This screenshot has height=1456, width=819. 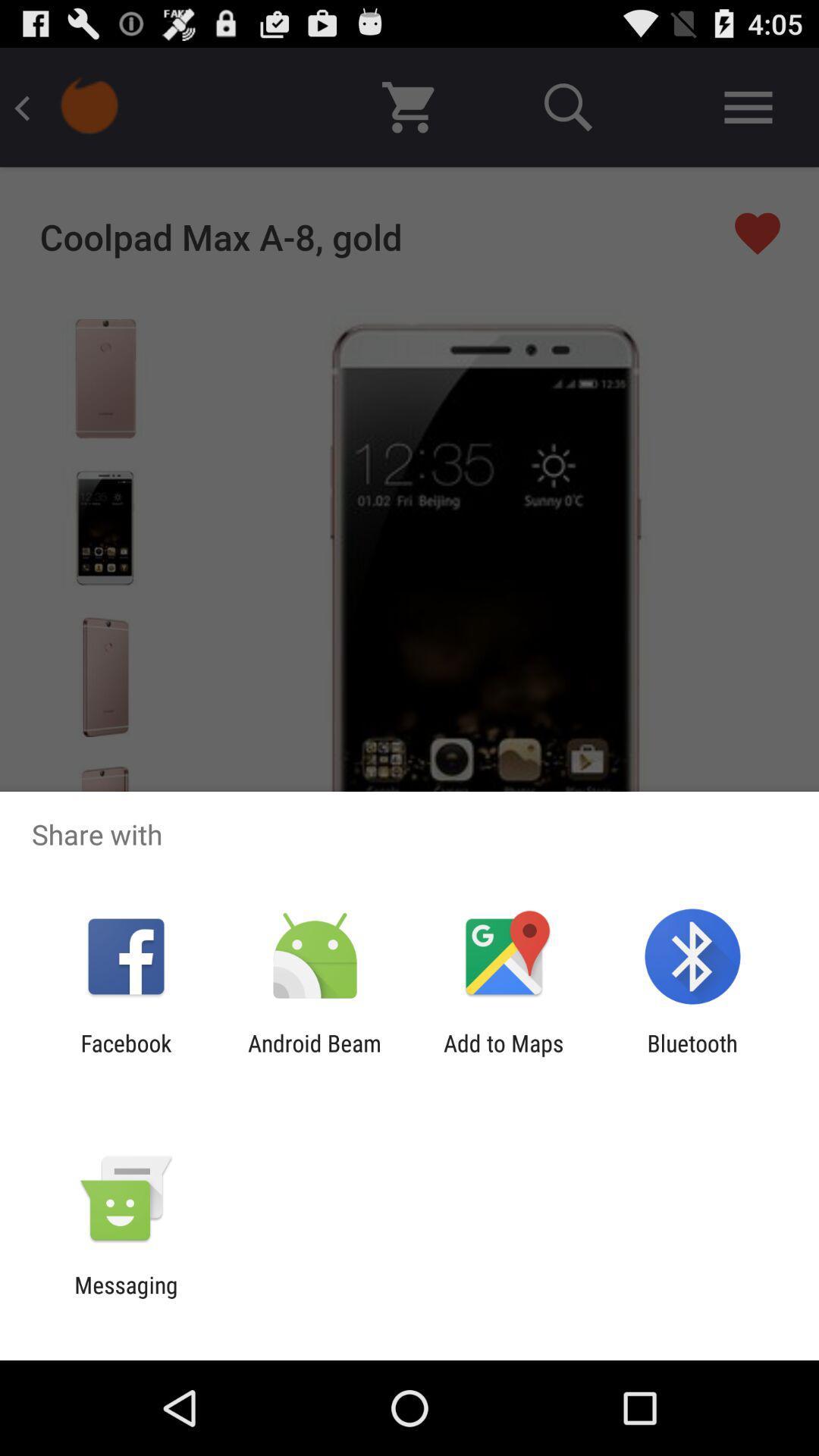 I want to click on the icon at the bottom right corner, so click(x=692, y=1056).